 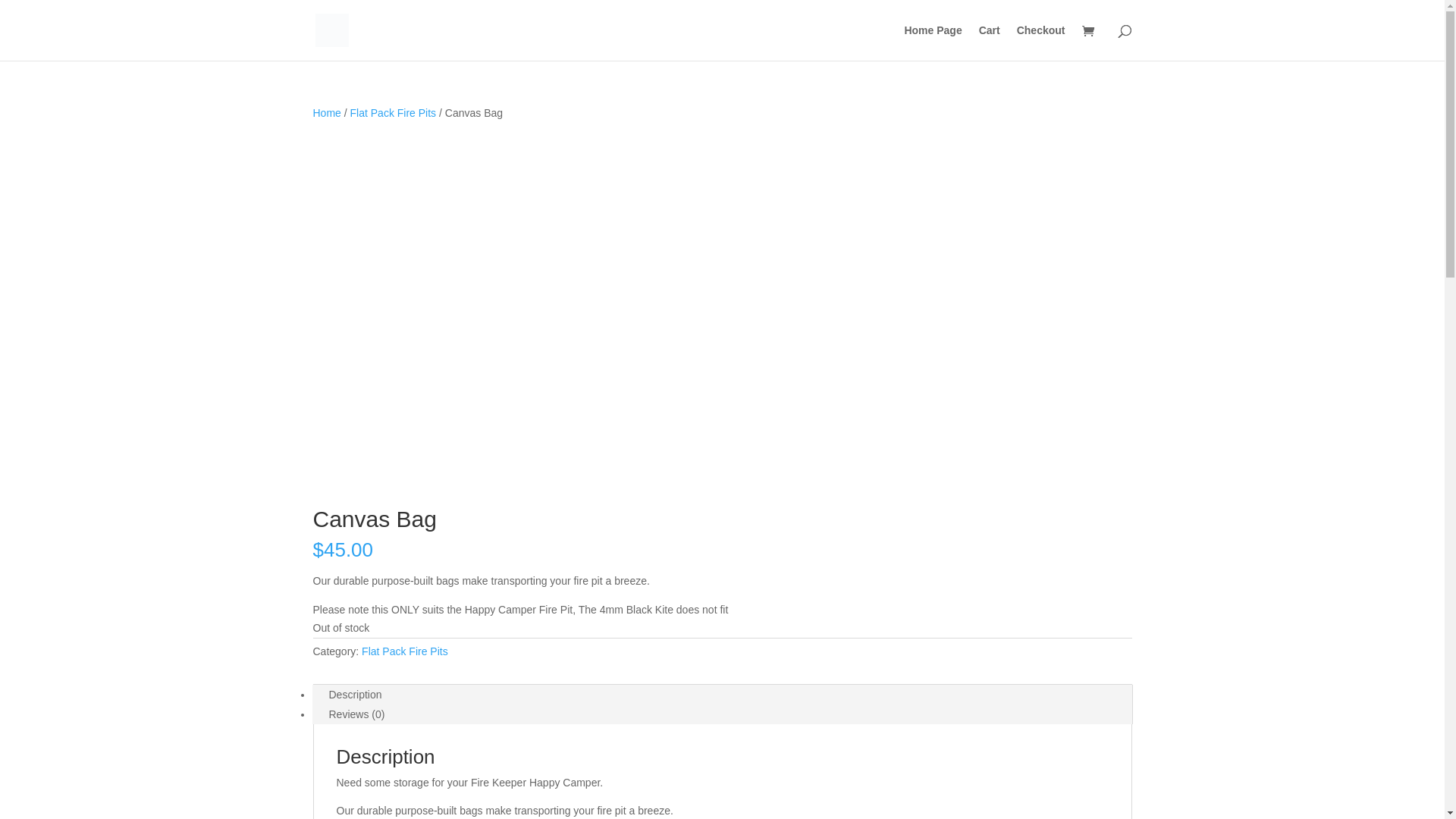 I want to click on 'Flat Pack Fire Pits', so click(x=393, y=112).